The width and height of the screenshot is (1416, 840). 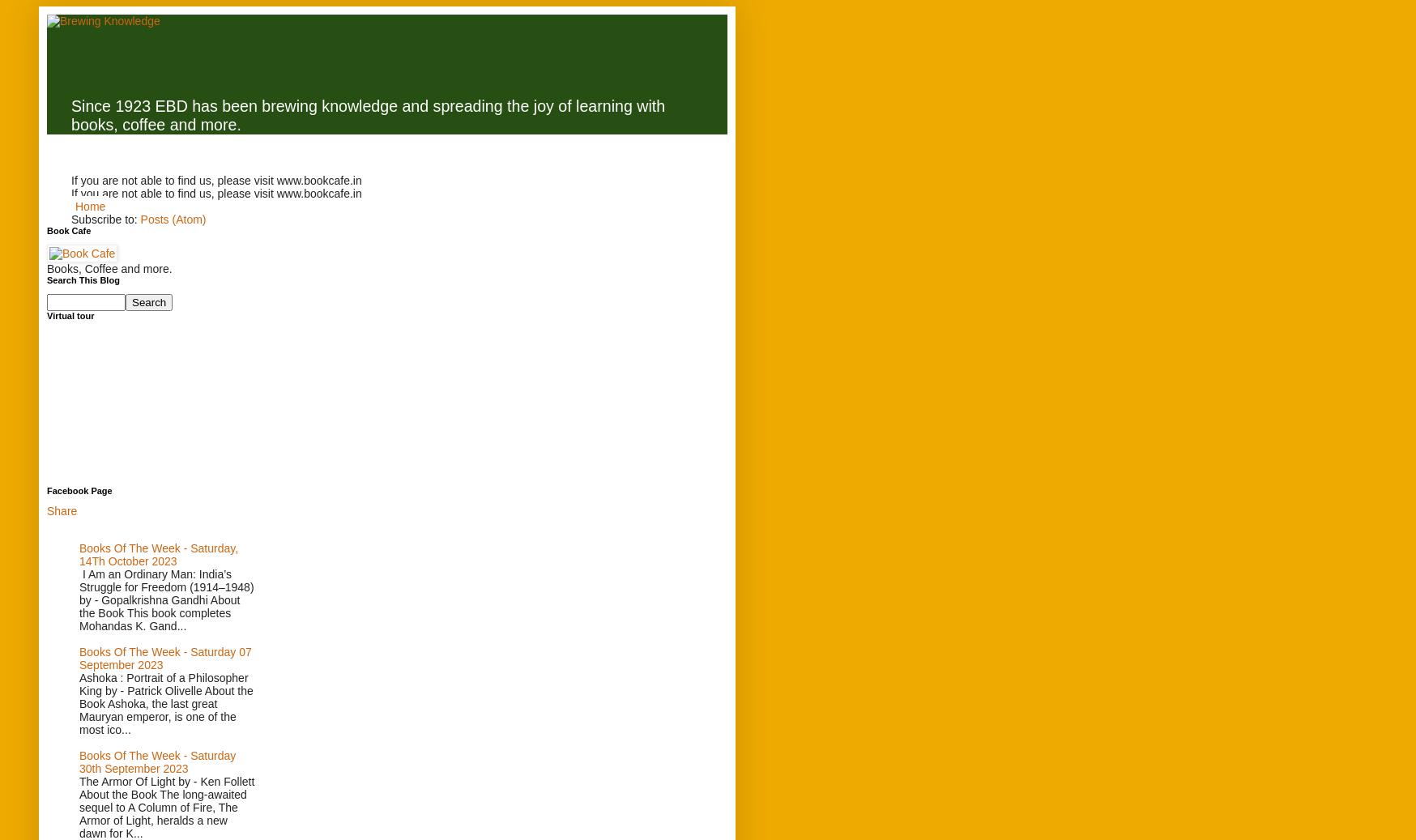 I want to click on 'Books Of The Week - Saturday, 14Th October 2023', so click(x=157, y=555).